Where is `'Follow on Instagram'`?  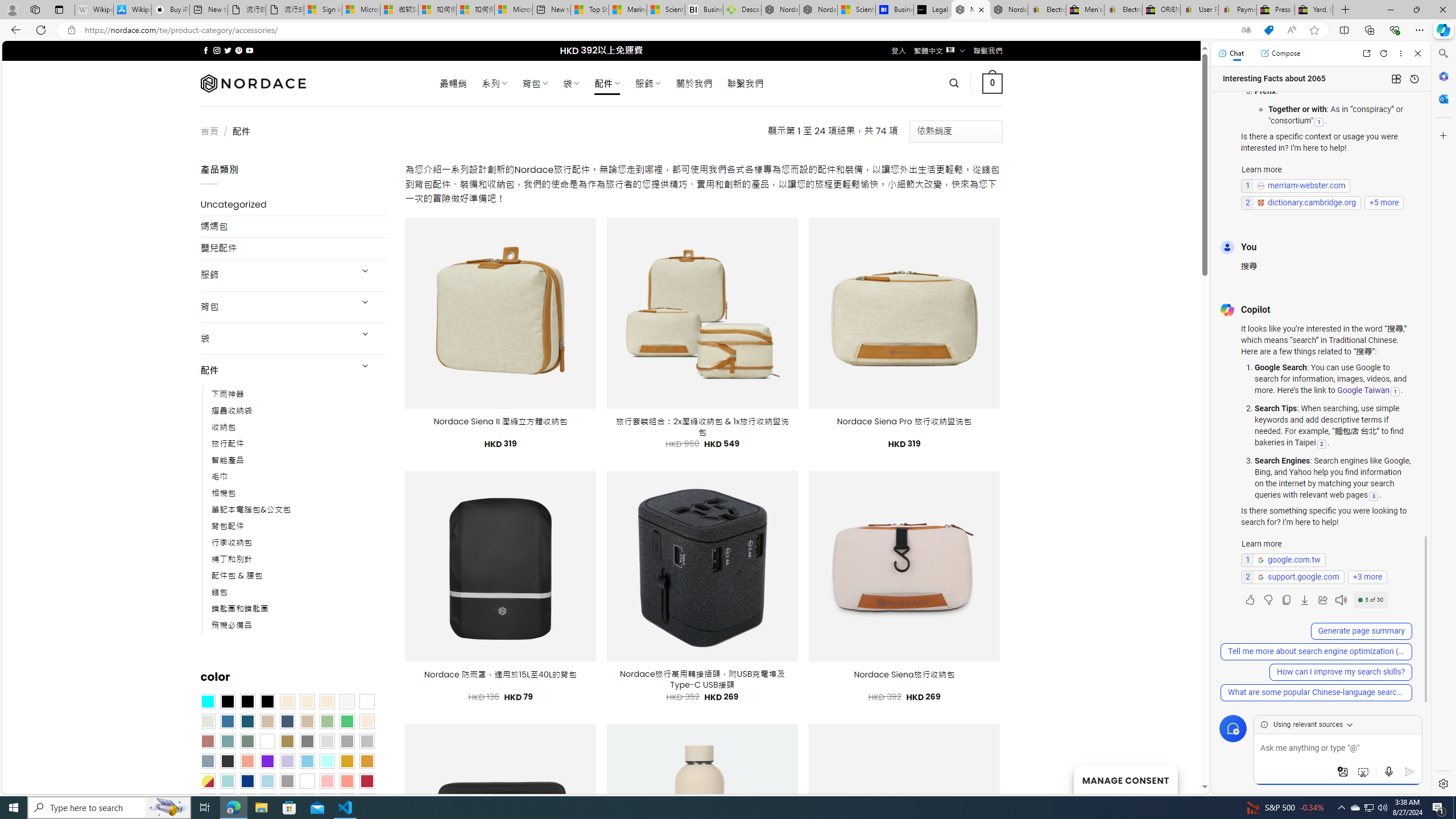
'Follow on Instagram' is located at coordinates (216, 50).